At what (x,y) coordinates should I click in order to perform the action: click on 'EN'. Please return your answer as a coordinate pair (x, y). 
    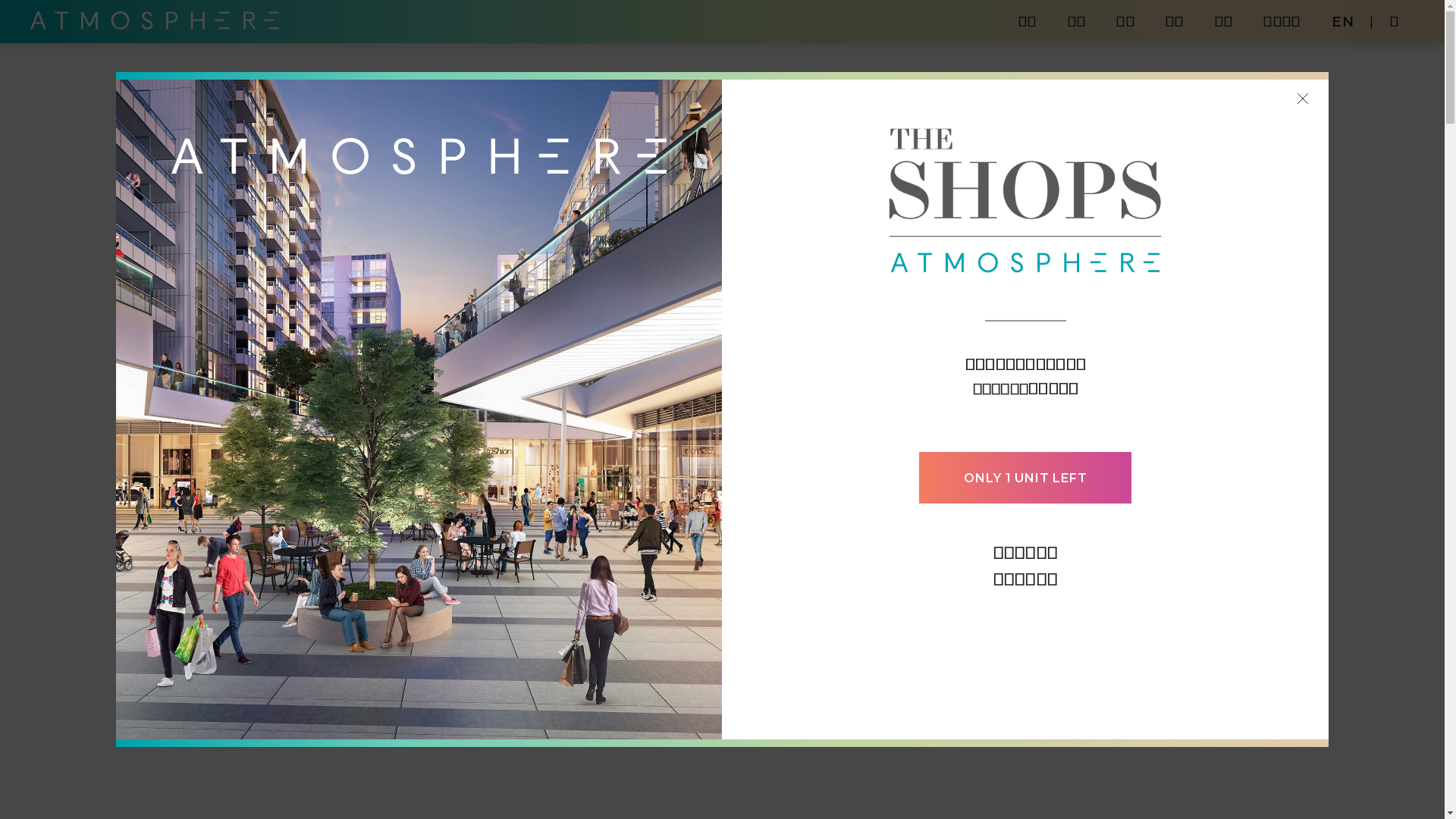
    Looking at the image, I should click on (1343, 21).